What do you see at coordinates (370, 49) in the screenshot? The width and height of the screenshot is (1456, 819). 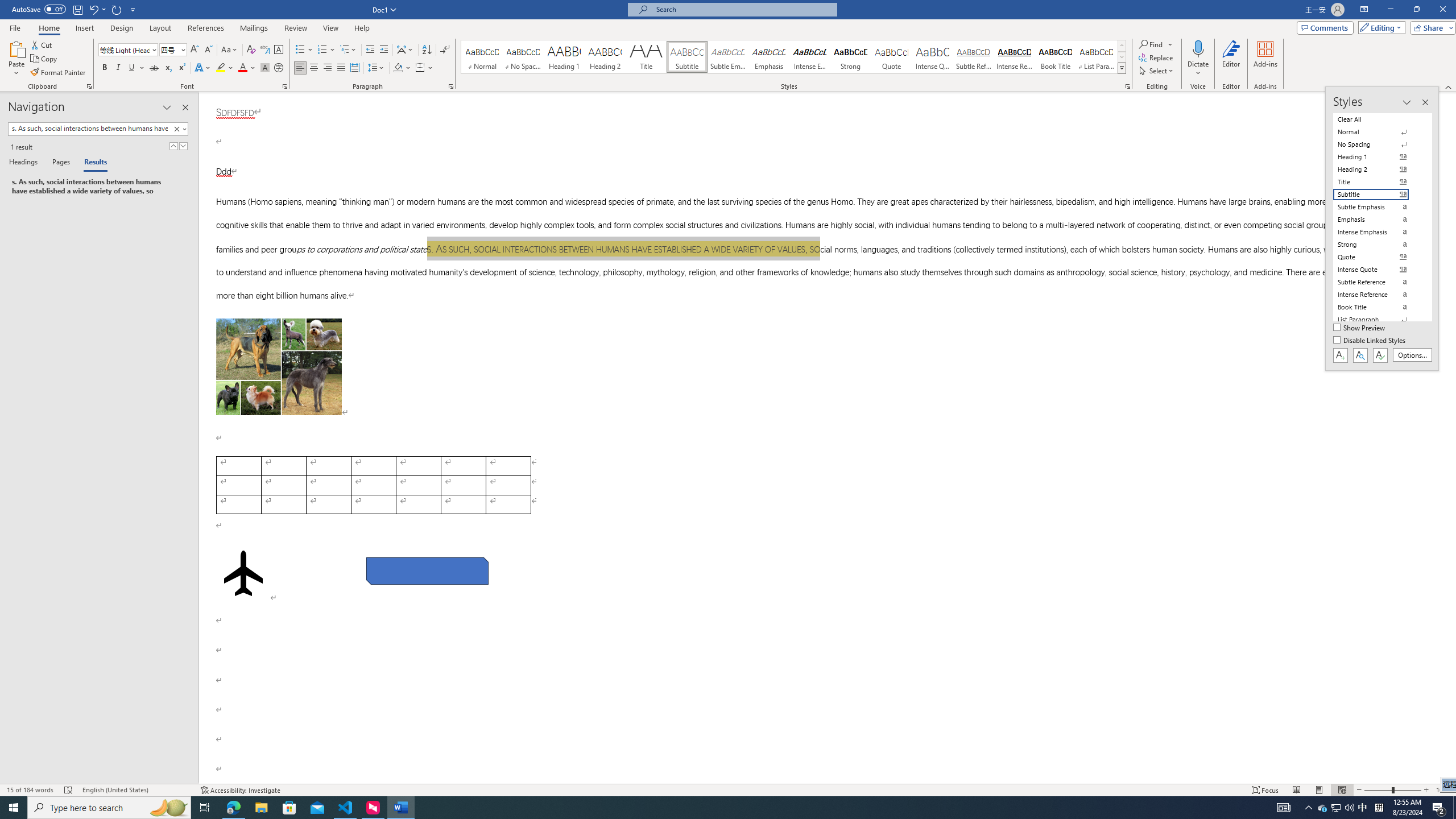 I see `'Decrease Indent'` at bounding box center [370, 49].